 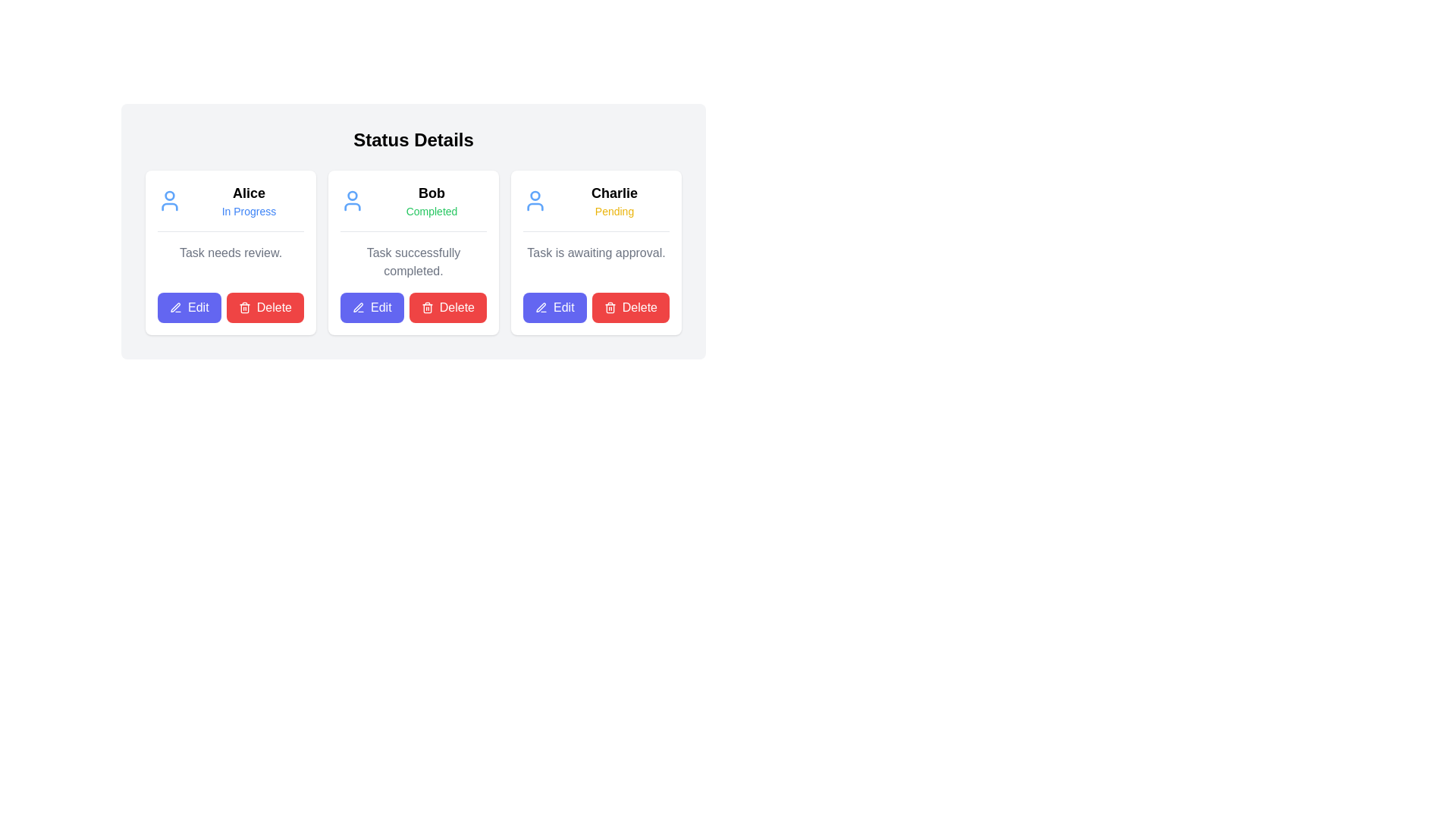 I want to click on the text label 'Bob', which is styled in bold and larger font, positioned above the green text 'Completed' in the middle panel titled 'Bob Completed', so click(x=431, y=192).